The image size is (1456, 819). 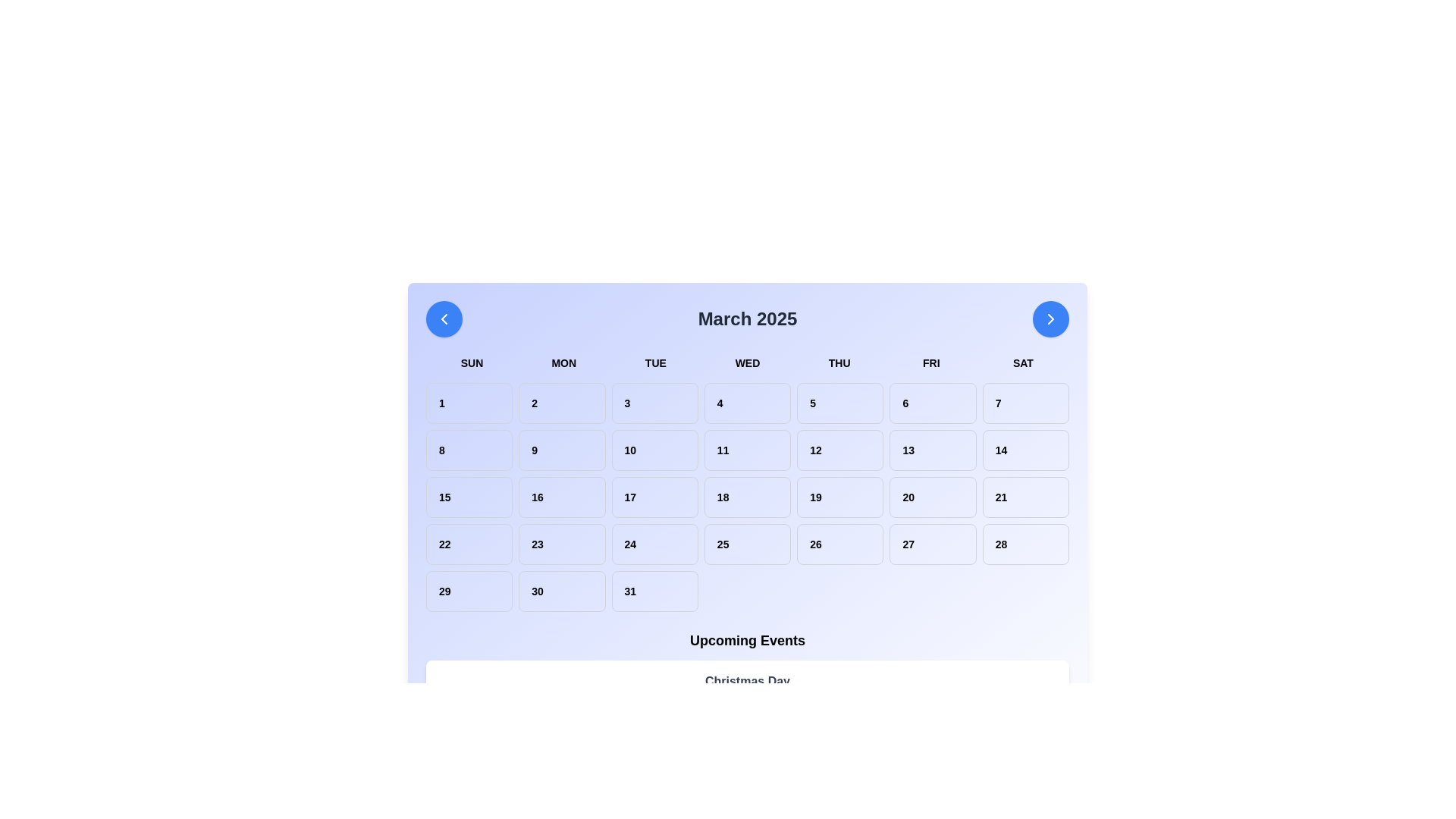 I want to click on the calendar date cell representing the day '18' in the fourth column of the third row, so click(x=747, y=497).